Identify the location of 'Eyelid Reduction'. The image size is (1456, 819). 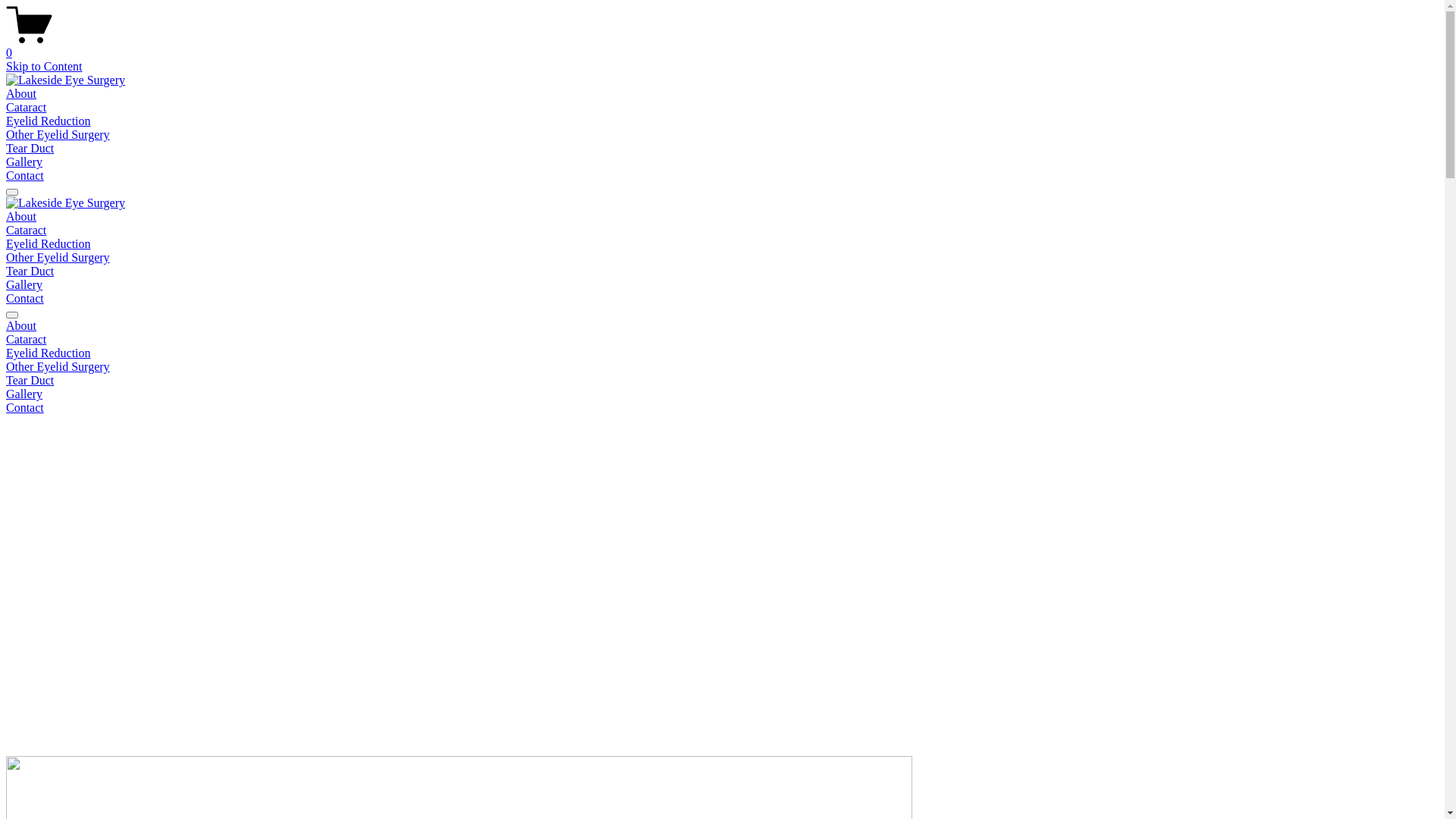
(721, 353).